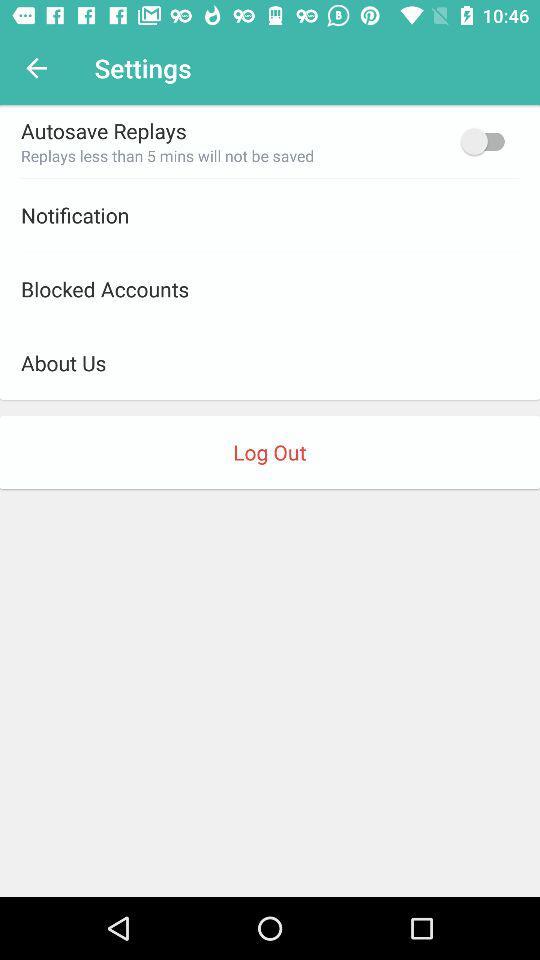  What do you see at coordinates (486, 140) in the screenshot?
I see `autosave` at bounding box center [486, 140].